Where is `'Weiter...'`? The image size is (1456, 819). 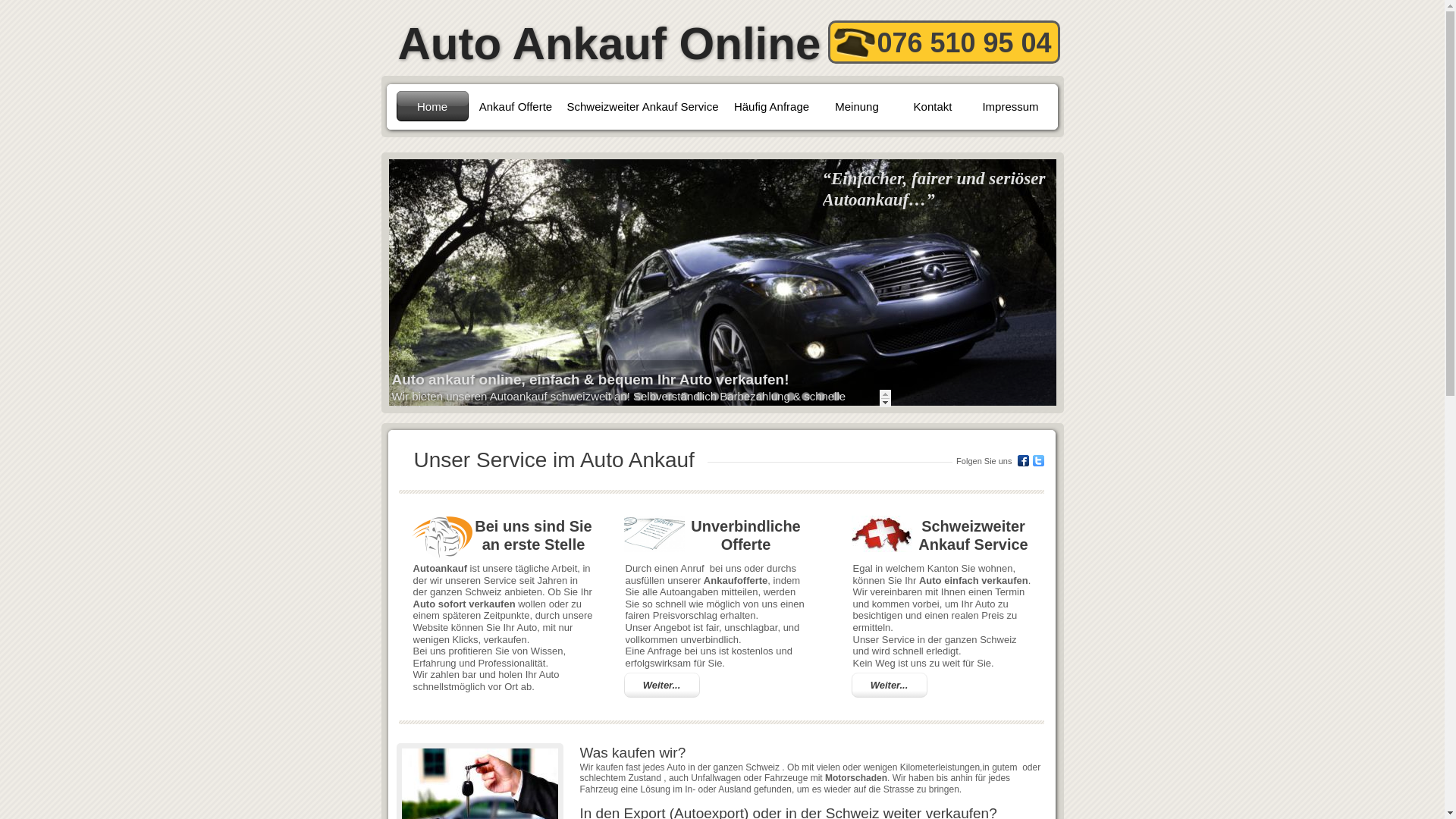
'Weiter...' is located at coordinates (643, 685).